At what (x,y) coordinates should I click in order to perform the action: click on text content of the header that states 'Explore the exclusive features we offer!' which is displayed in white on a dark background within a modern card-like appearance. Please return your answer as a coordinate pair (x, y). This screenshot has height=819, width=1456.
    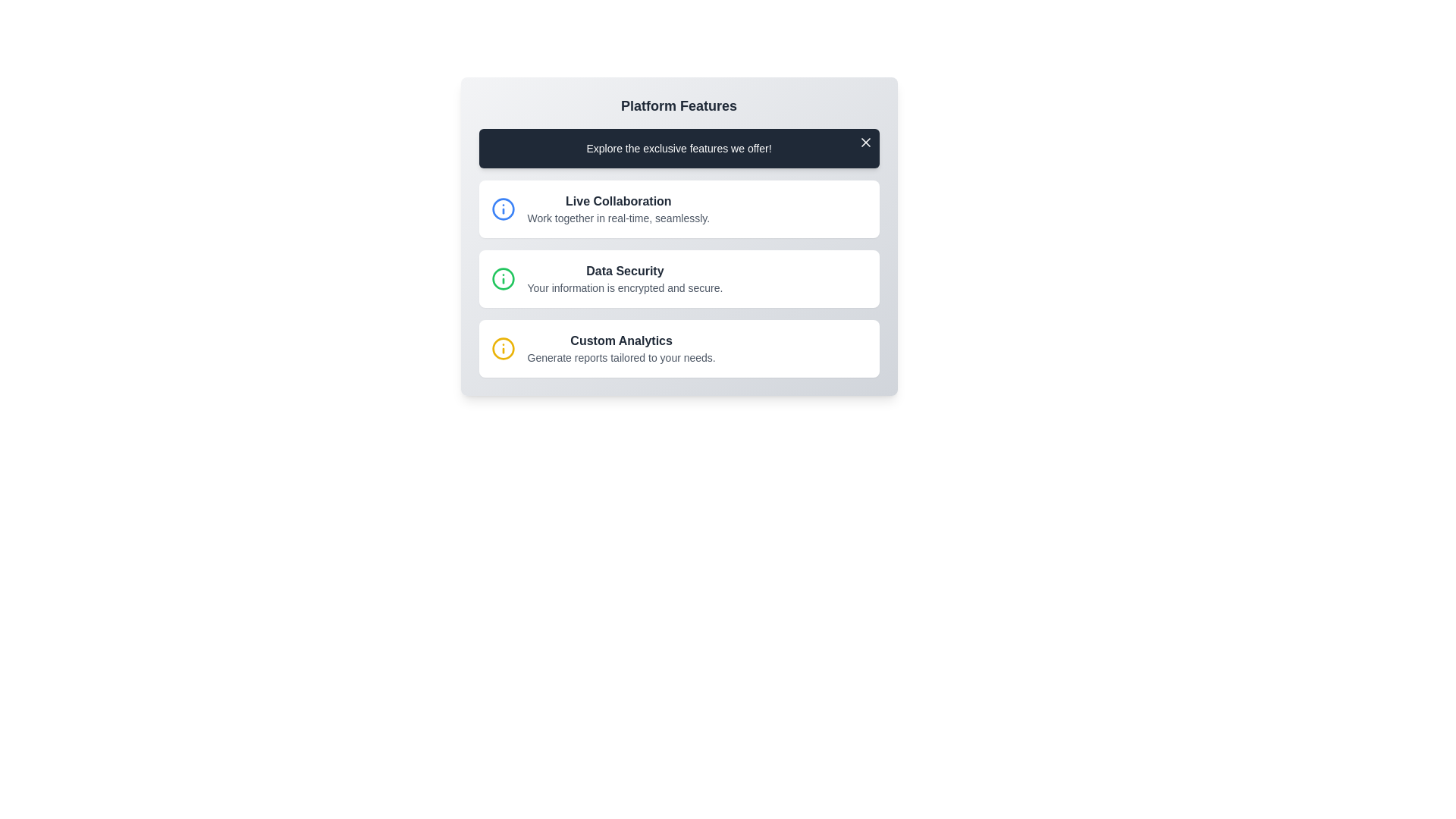
    Looking at the image, I should click on (678, 149).